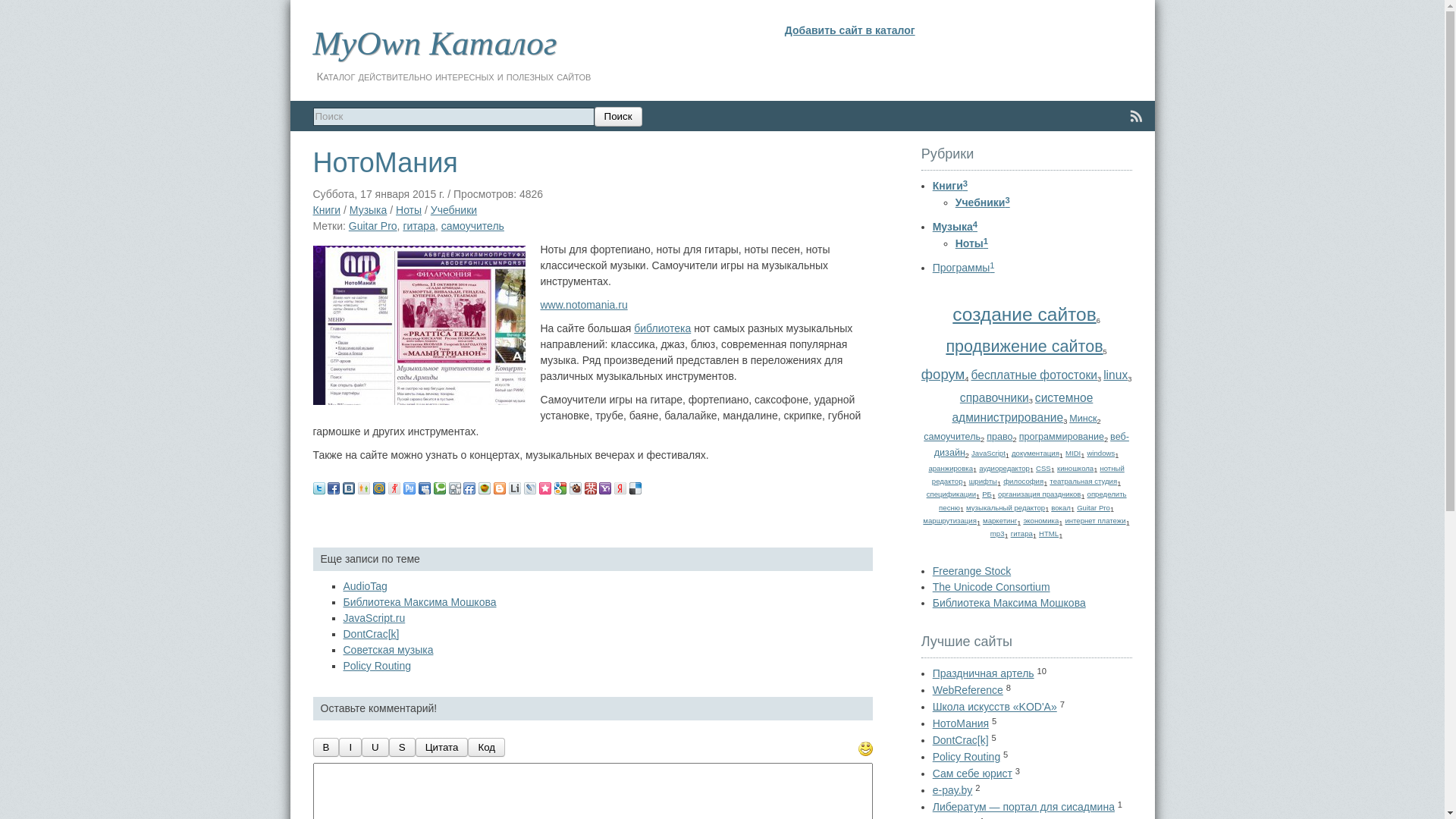  What do you see at coordinates (997, 532) in the screenshot?
I see `'mp3'` at bounding box center [997, 532].